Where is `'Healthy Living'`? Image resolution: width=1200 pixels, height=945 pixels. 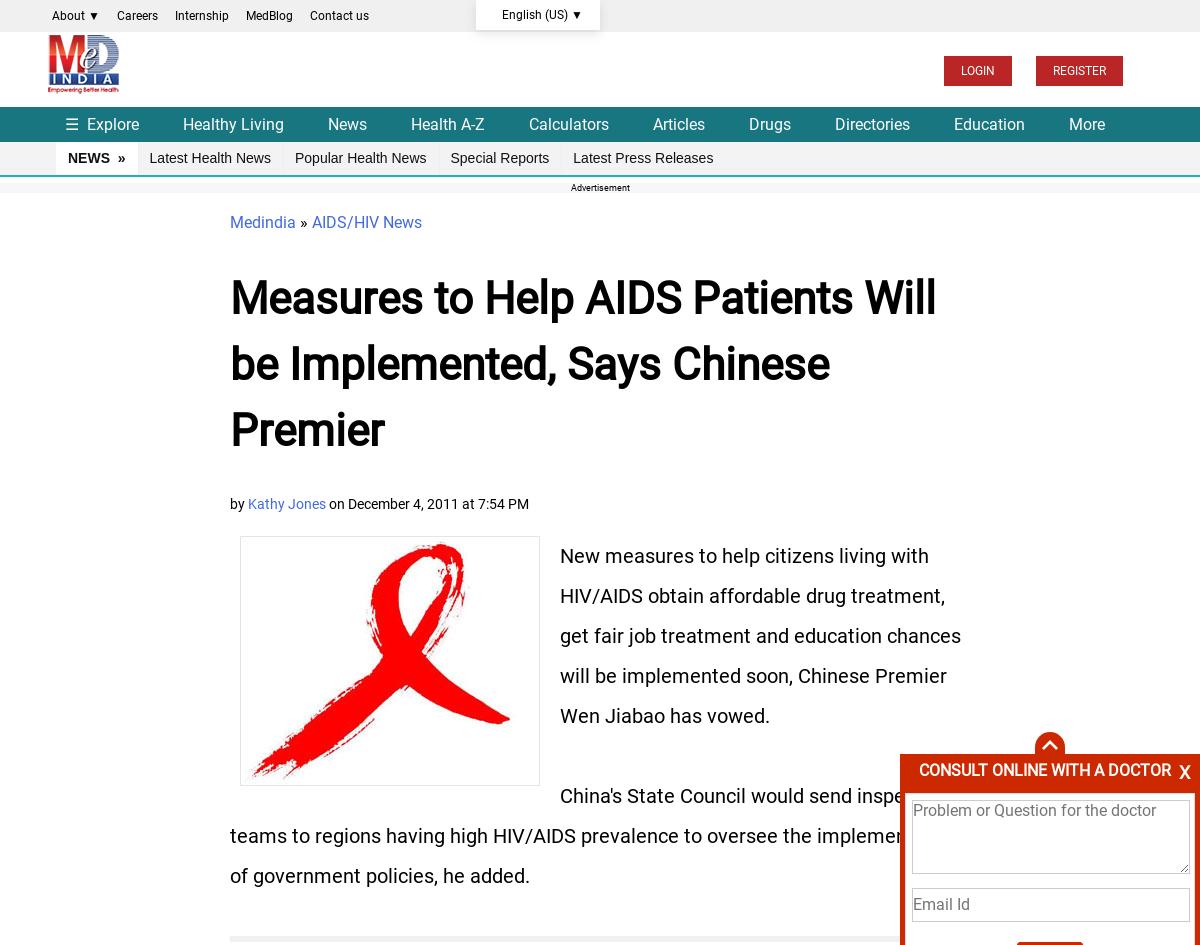 'Healthy Living' is located at coordinates (232, 122).